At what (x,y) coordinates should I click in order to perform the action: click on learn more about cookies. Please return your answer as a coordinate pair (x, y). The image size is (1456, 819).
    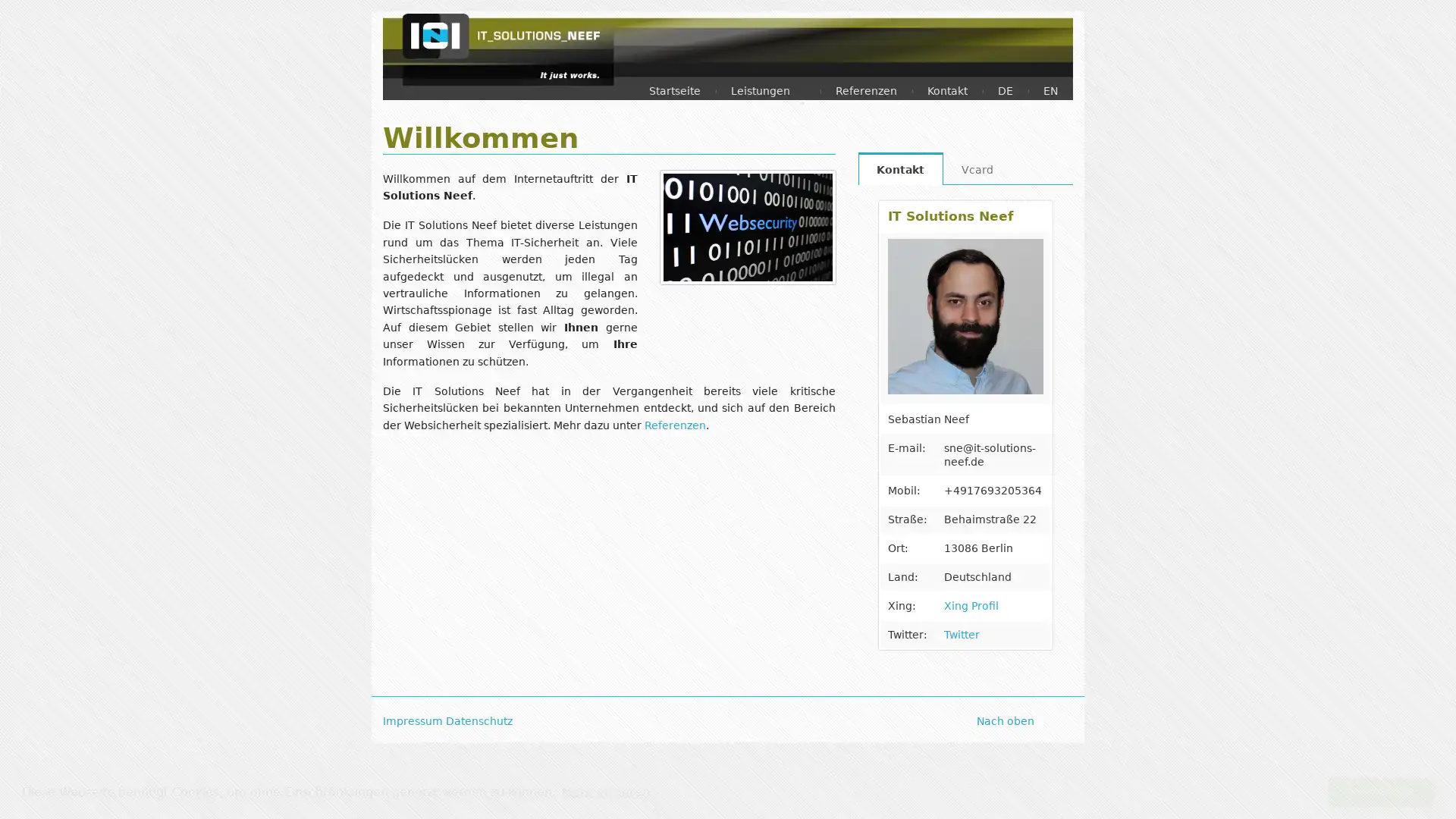
    Looking at the image, I should click on (604, 791).